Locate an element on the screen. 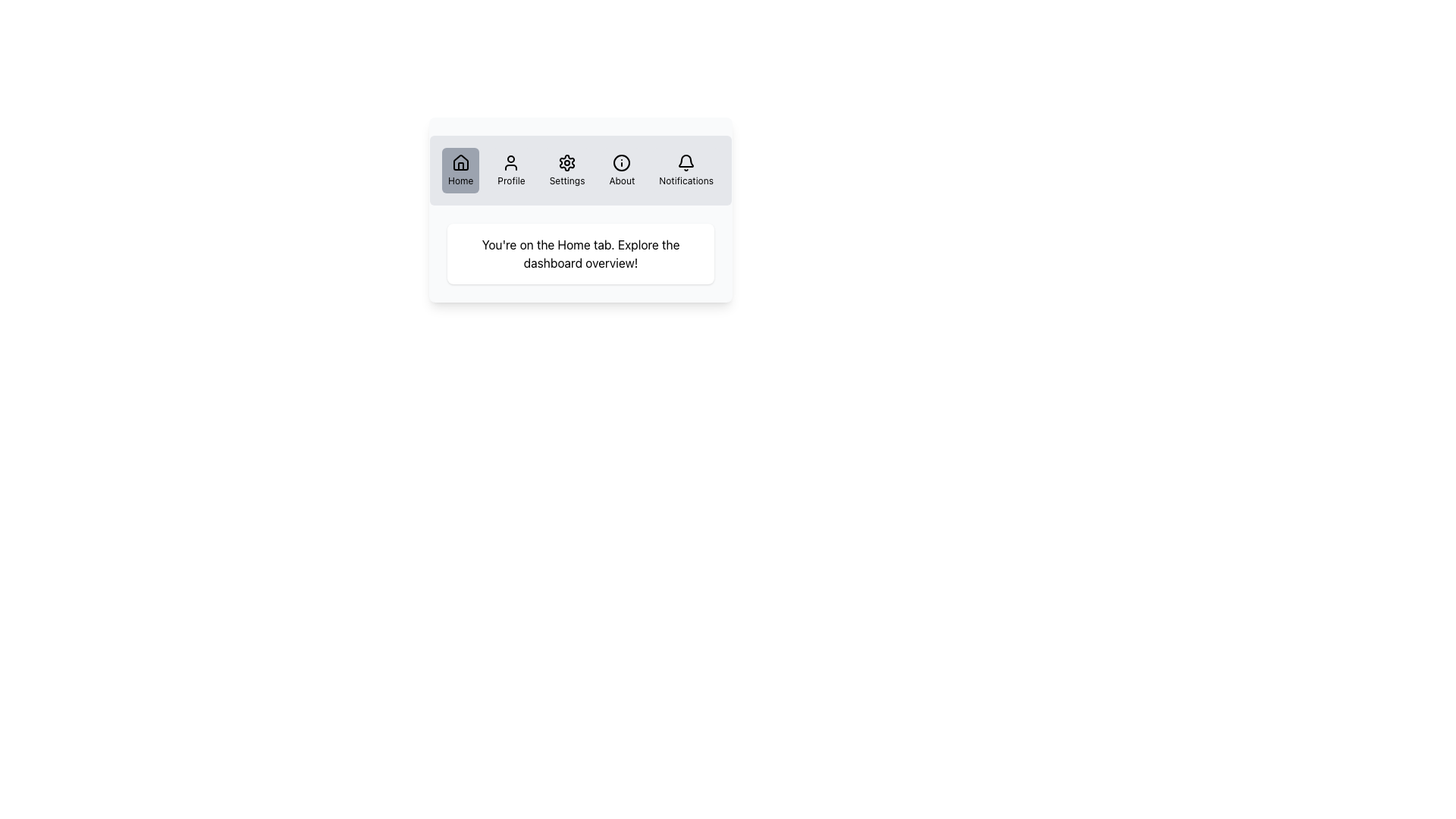  the 'Home' text label, which is displayed in small font below a house icon within a gray, rounded button in the top horizontal navigation bar is located at coordinates (460, 180).